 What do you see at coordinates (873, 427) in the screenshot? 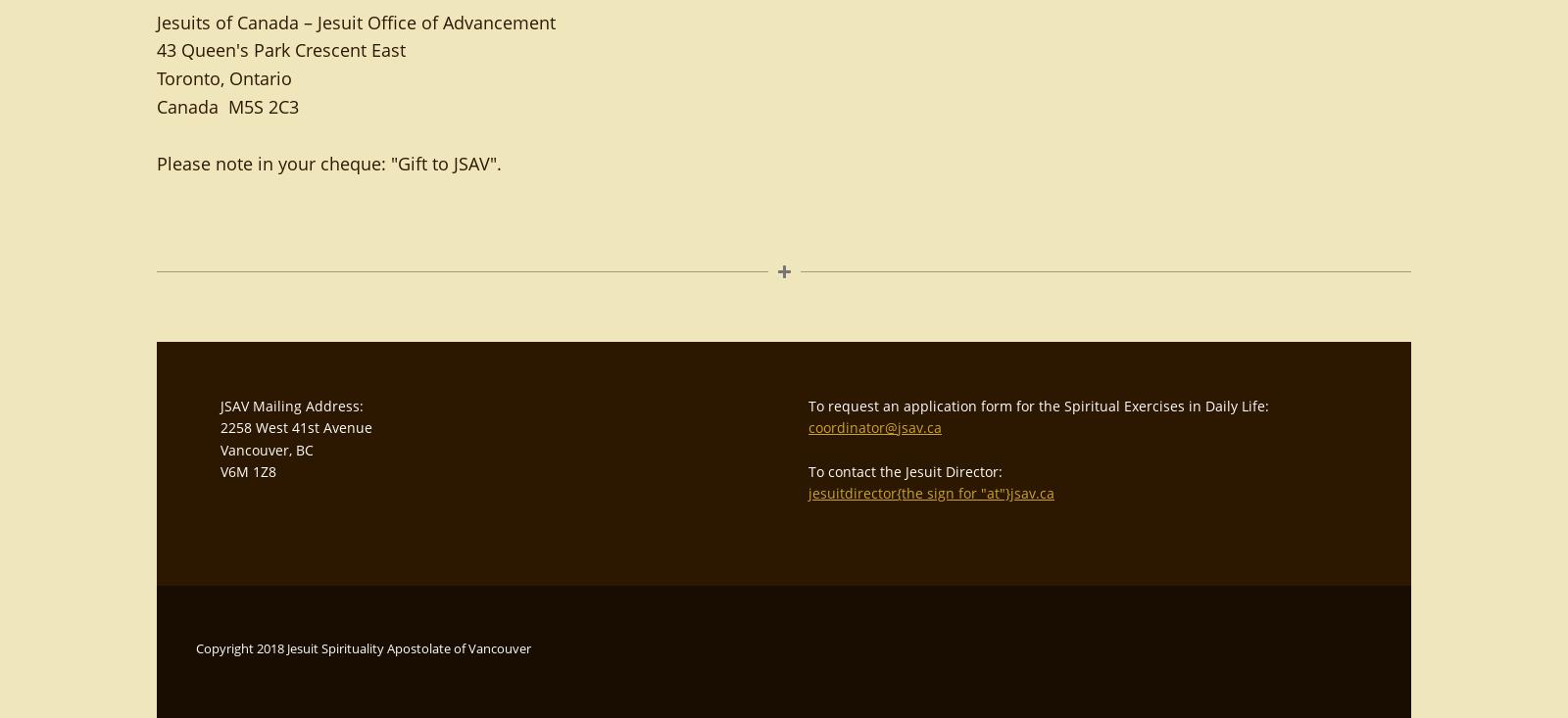
I see `'coordinator@jsav.ca'` at bounding box center [873, 427].